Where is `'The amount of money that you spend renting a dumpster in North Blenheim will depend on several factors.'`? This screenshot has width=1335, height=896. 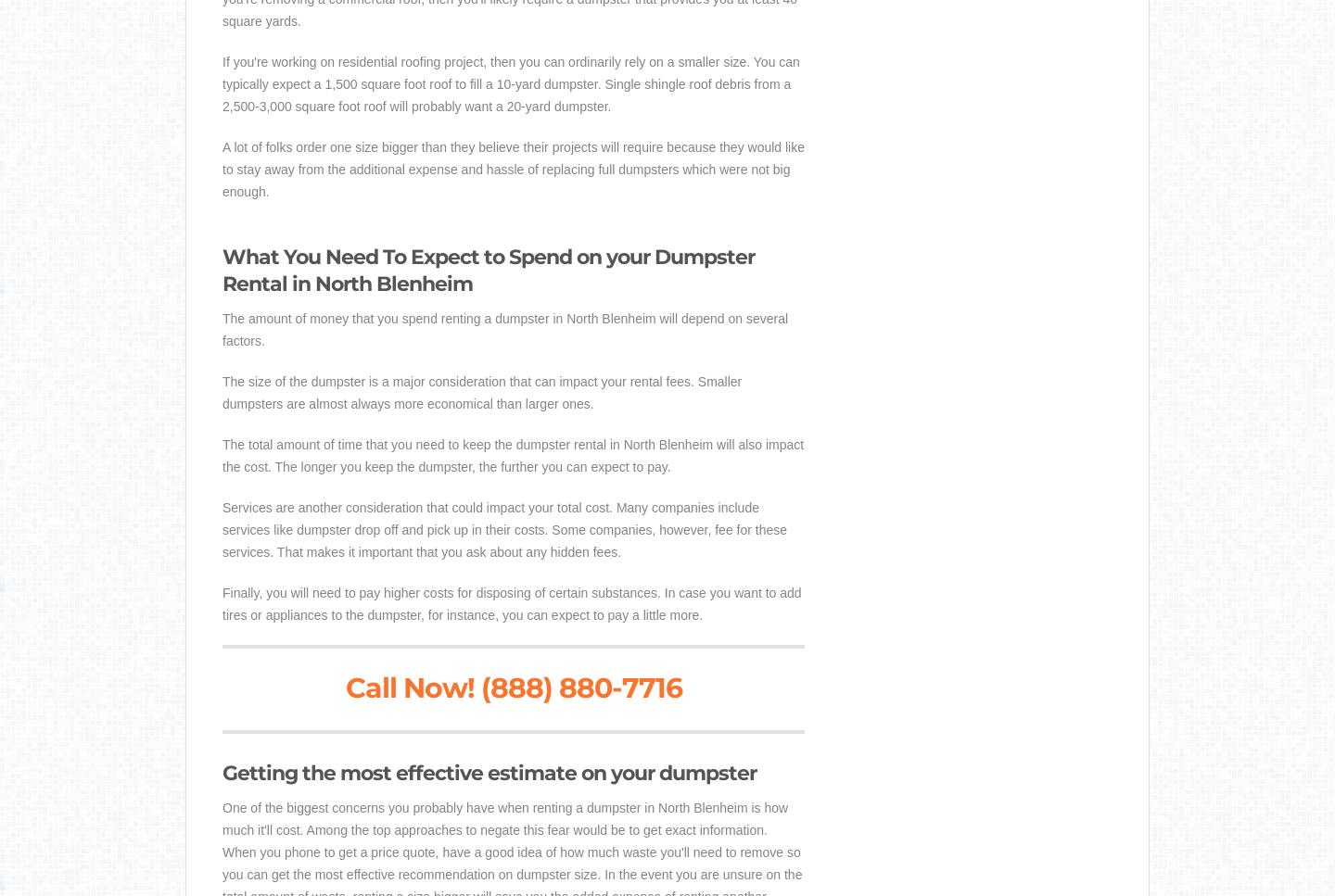 'The amount of money that you spend renting a dumpster in North Blenheim will depend on several factors.' is located at coordinates (505, 328).